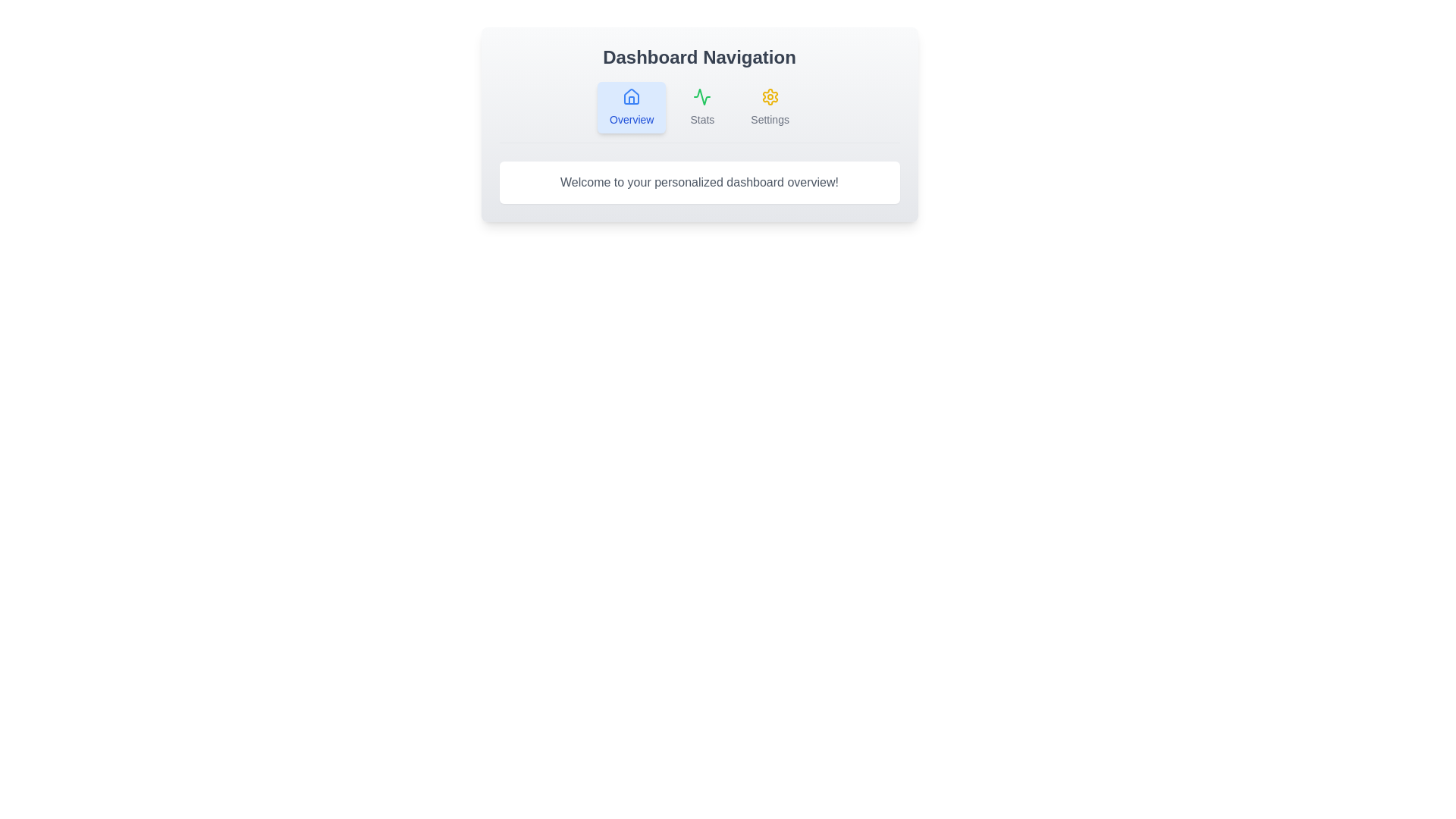  I want to click on the Overview tab in the TabbedDashboard, so click(632, 107).